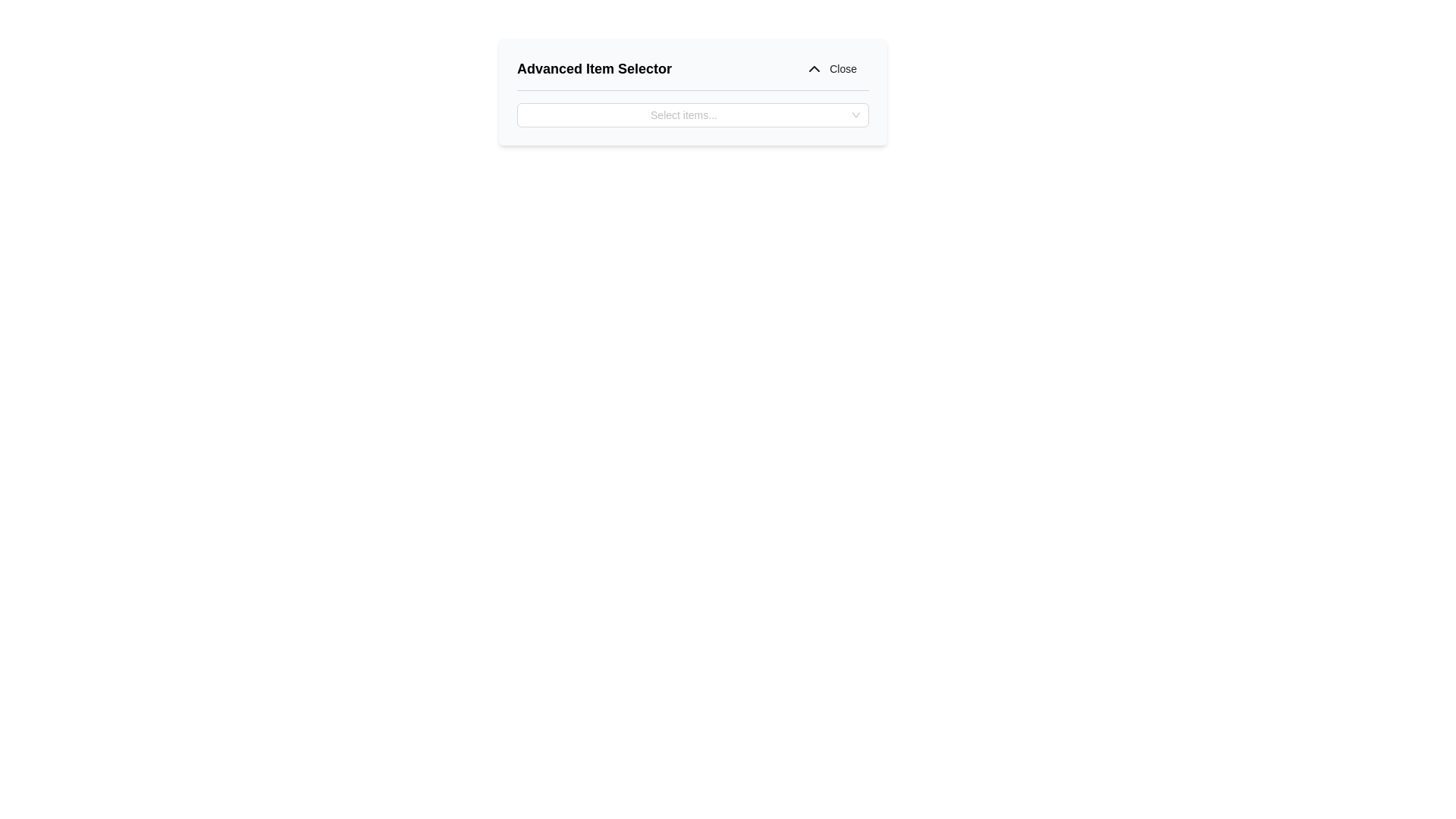 Image resolution: width=1456 pixels, height=819 pixels. I want to click on 'Advanced Item Selector' text label positioned at the top-left of the panel, which is bold and styled with a larger font size, so click(594, 69).